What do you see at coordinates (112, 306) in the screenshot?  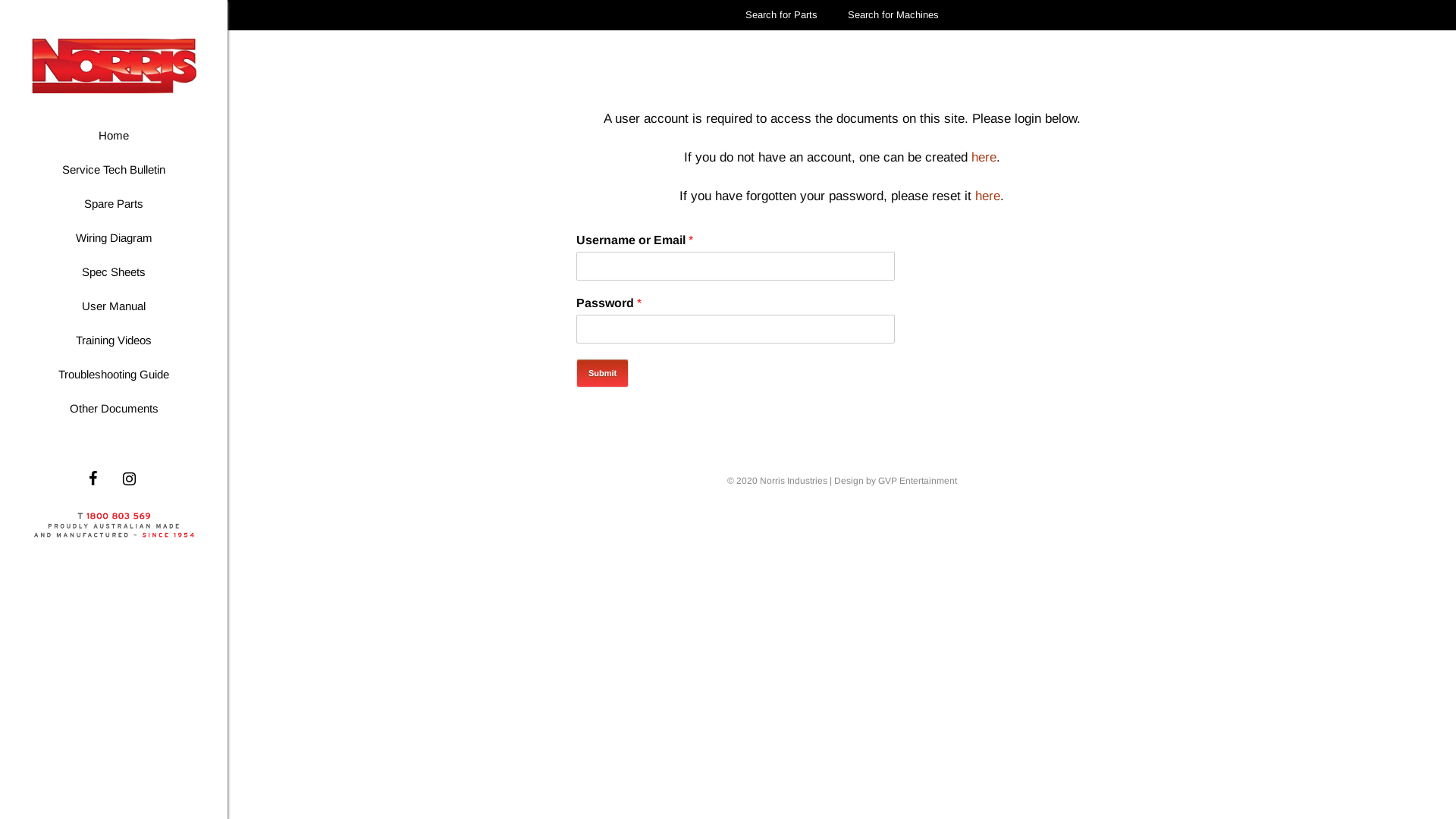 I see `'User Manual'` at bounding box center [112, 306].